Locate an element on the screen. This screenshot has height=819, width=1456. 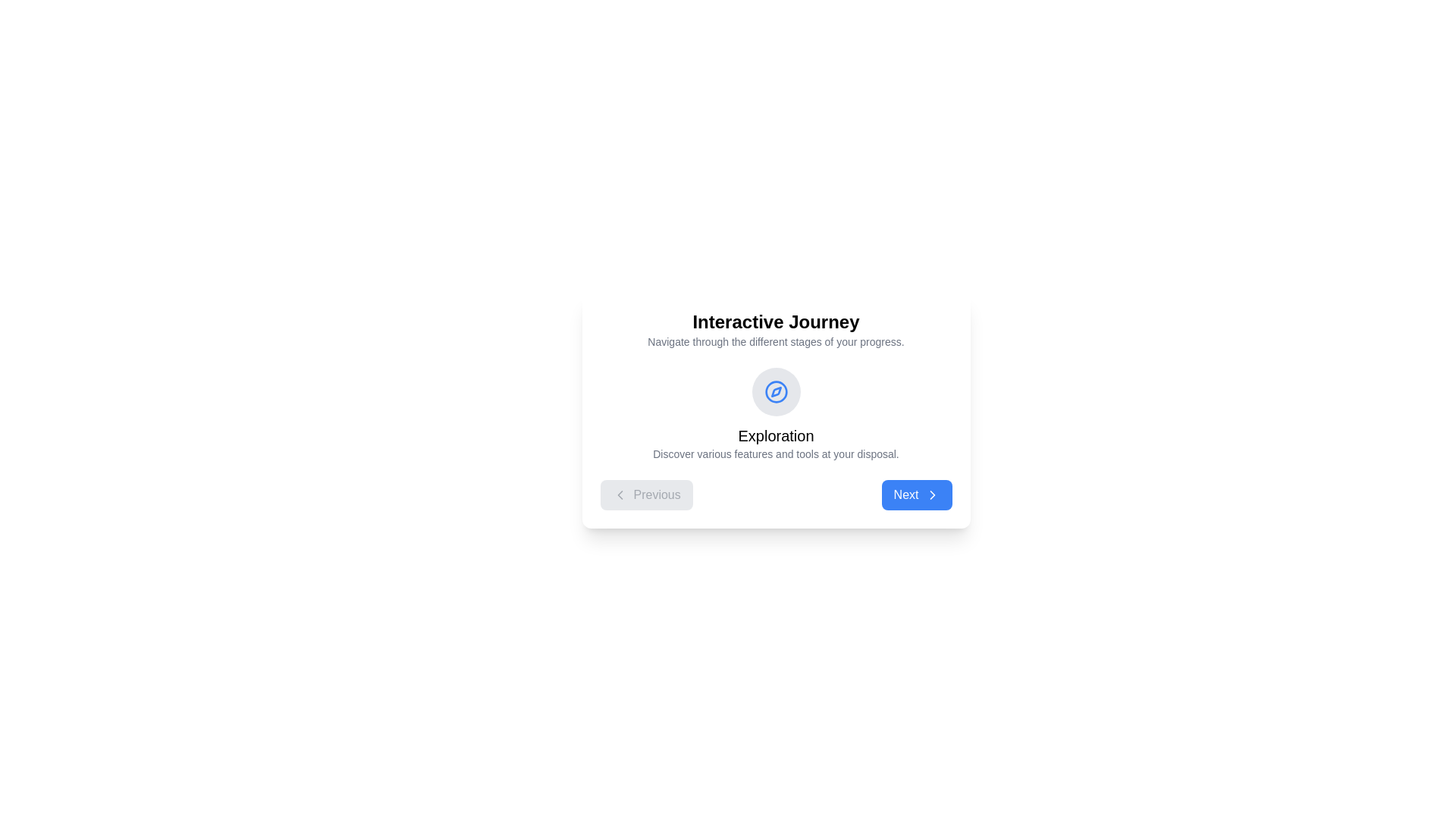
the 'Previous' button located at the bottom-left corner of the interface is located at coordinates (657, 494).